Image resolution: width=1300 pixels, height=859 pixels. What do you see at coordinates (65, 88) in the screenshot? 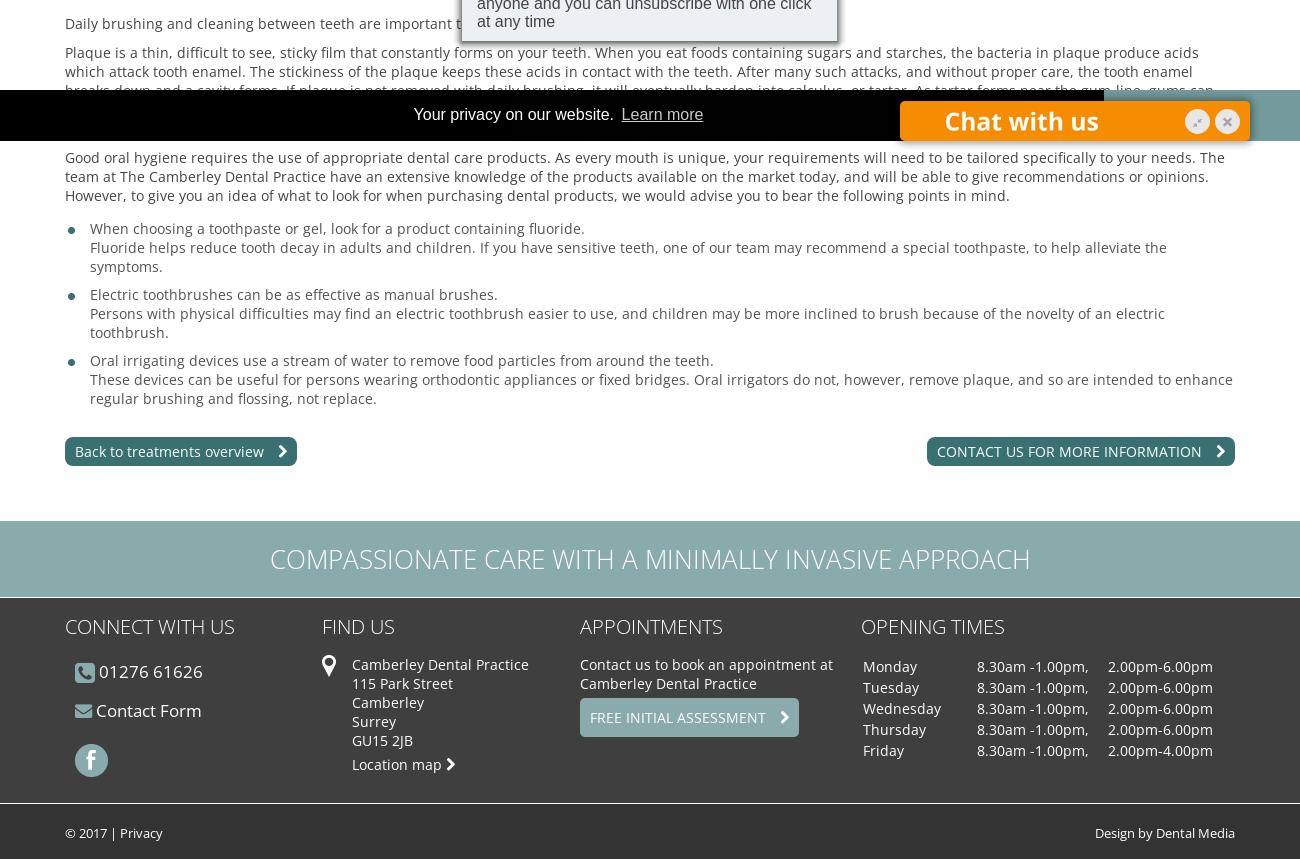
I see `'Plaque is a thin, difficult to see, sticky film that constantly   forms on your teeth. When you eat foods containing sugars and starches,   the bacteria in plaque produce acids which attack tooth enamel. The   stickiness of the plaque keeps these acids in contact with the teeth.   After many such attacks, and without proper care, the tooth enamel   breaks down and a cavity forms.  If plaque is not removed with daily   brushing, it will eventually harden into calculus, or tartar. As tartar   forms near the gum-line, gums can become irritated and inflamed. They can   become swollen and may bleed occasionally, often whilst brushing. The   gums begin to pull away from the teeth and form pockets that become   infected. If this gum disease is not treated properly, the bone   supporting the teeth is destroyed, and sound teeth may be needlessly   lost.'` at bounding box center [65, 88].